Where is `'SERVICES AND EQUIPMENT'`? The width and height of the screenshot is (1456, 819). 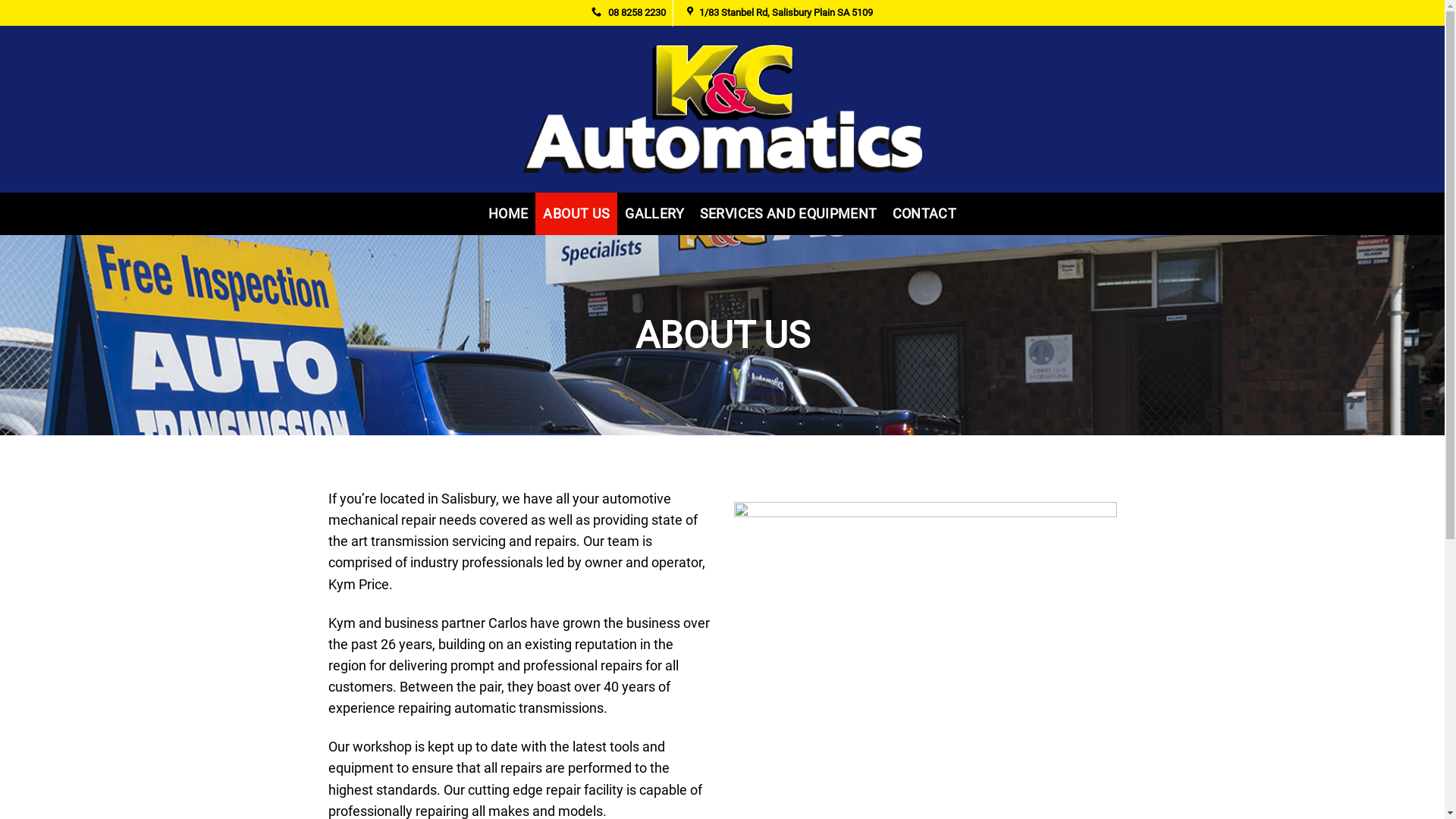
'SERVICES AND EQUIPMENT' is located at coordinates (789, 213).